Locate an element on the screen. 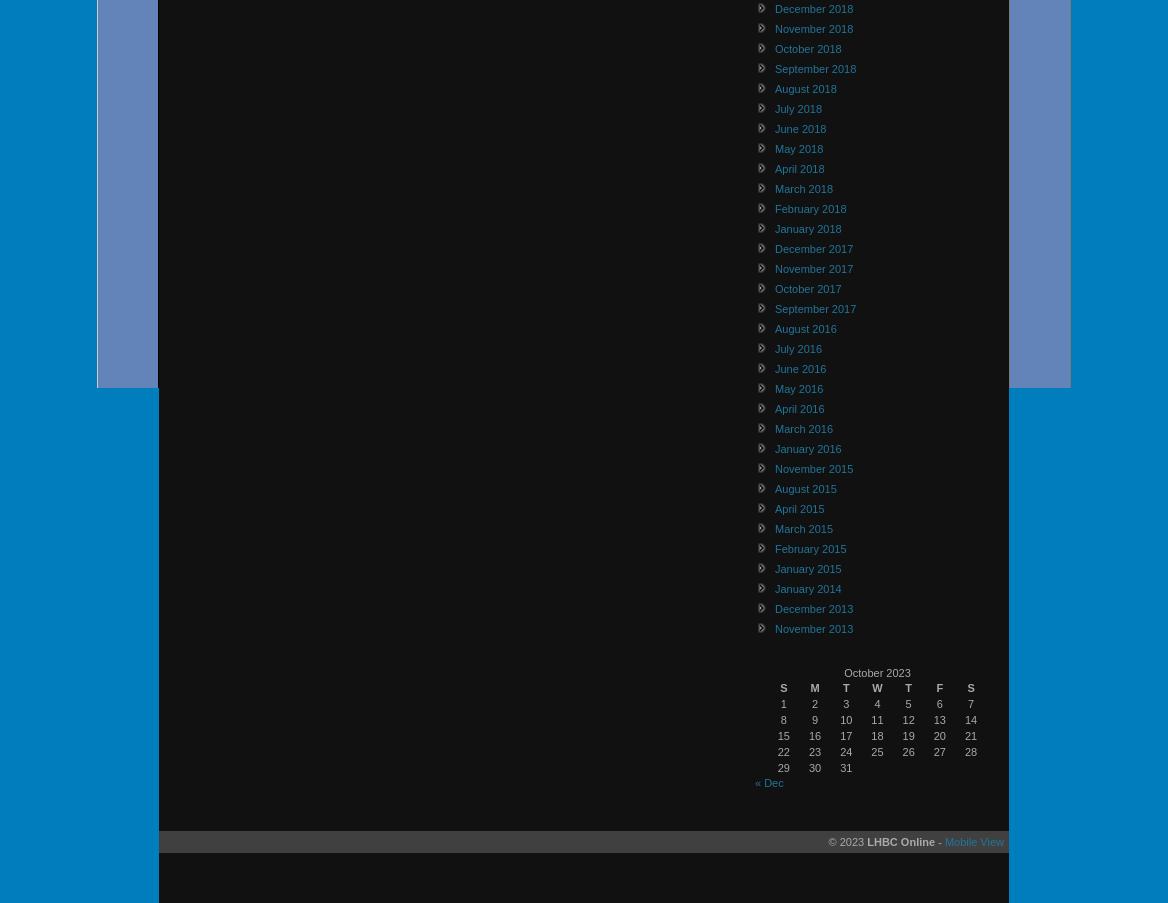  'July 2018' is located at coordinates (798, 107).